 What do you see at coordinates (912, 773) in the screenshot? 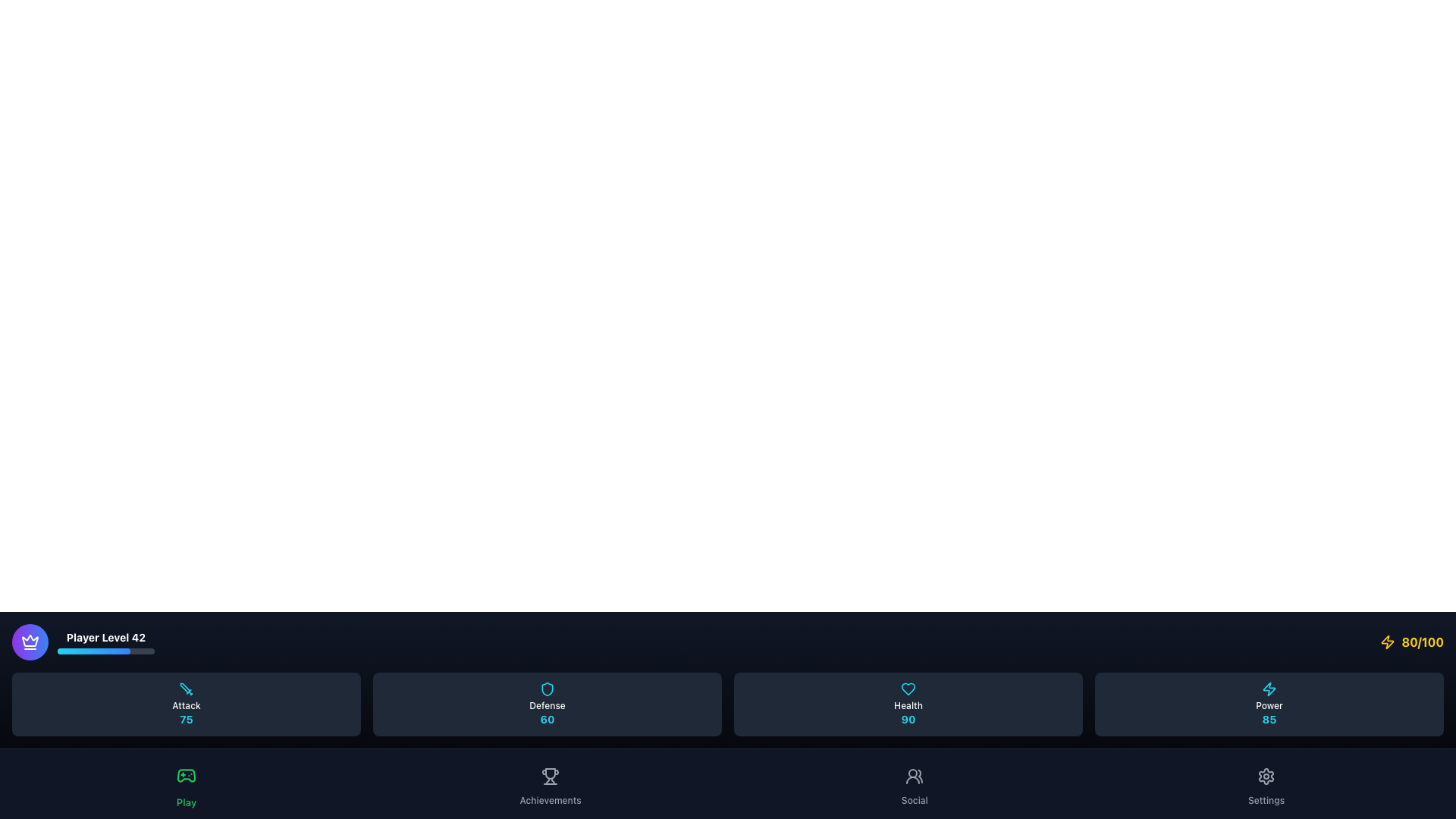
I see `the circular graphical element within the SVG structure that contributes to the user profile icon` at bounding box center [912, 773].